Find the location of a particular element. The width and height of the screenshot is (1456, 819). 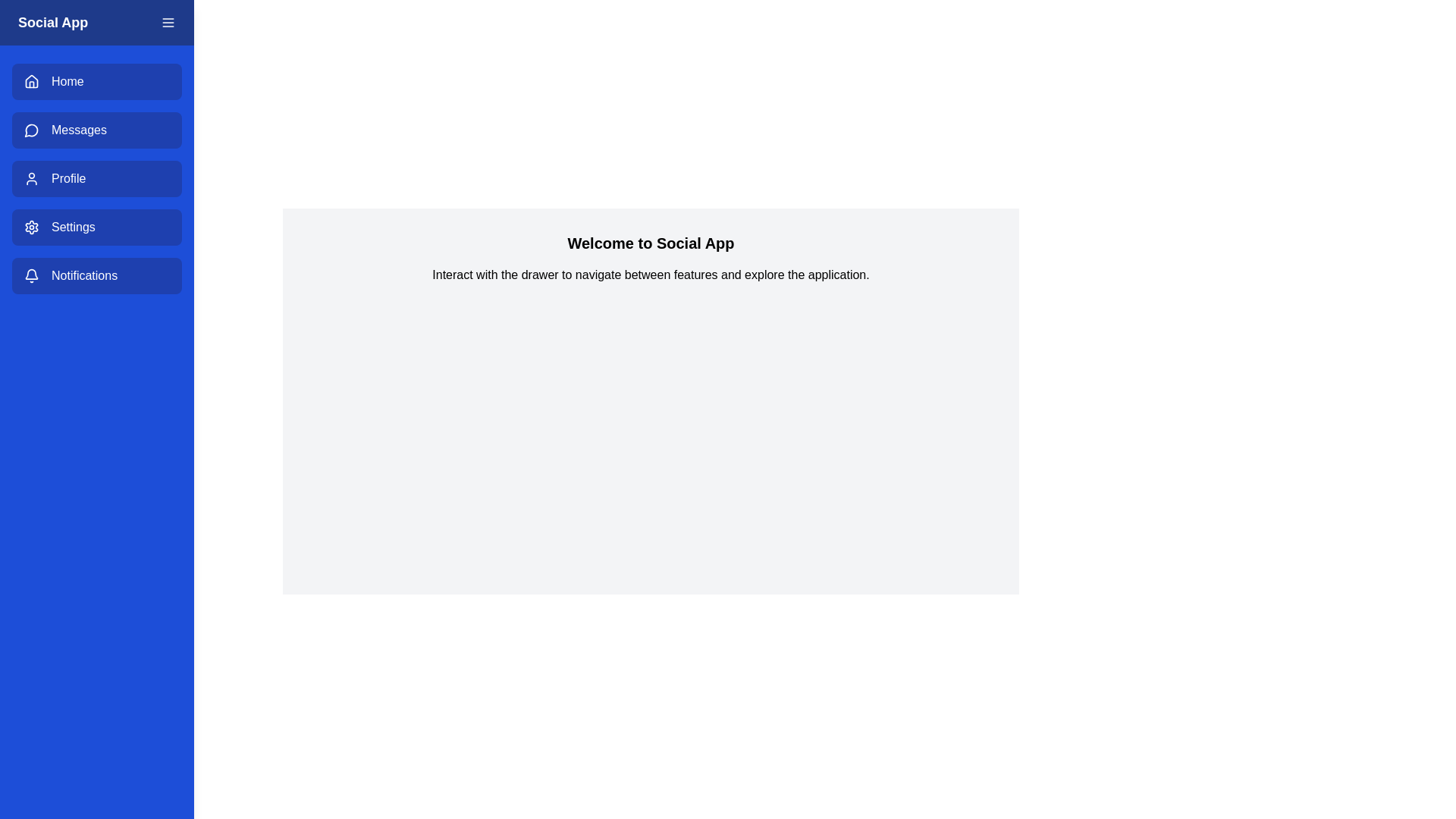

the menu item Home to highlight it is located at coordinates (96, 82).